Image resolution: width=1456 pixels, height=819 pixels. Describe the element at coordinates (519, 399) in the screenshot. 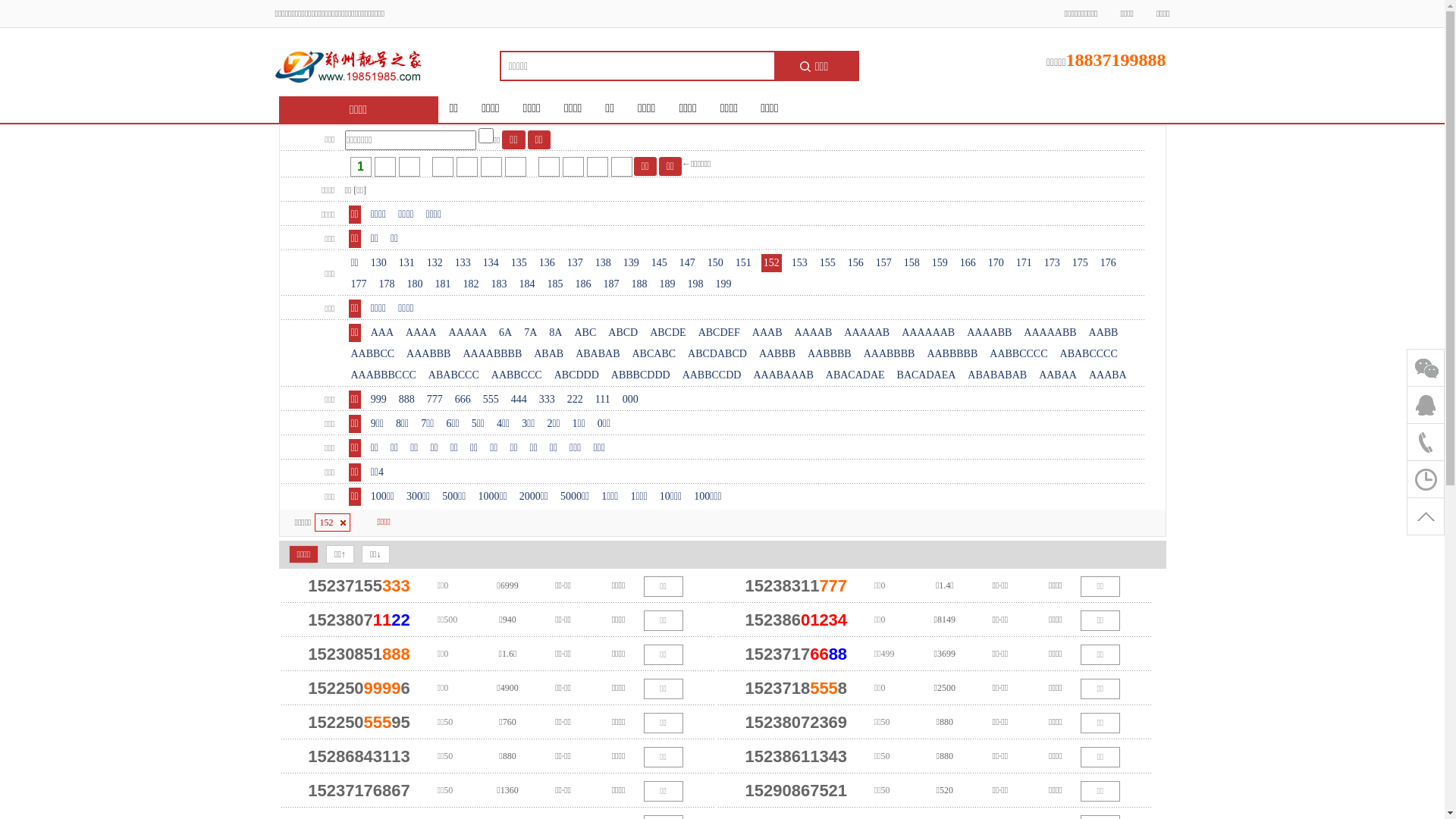

I see `'444'` at that location.